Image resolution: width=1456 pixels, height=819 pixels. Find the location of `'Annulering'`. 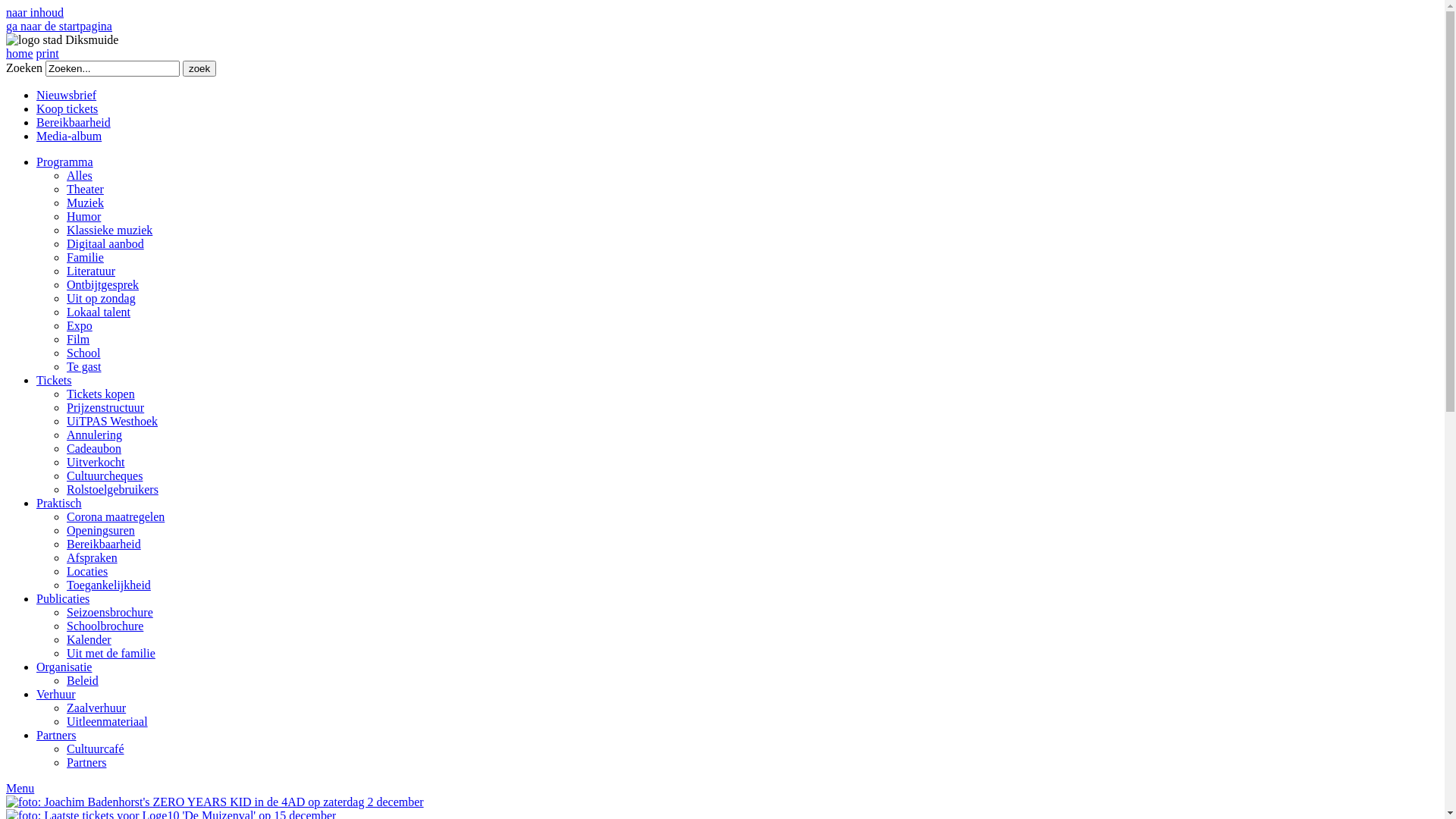

'Annulering' is located at coordinates (93, 435).